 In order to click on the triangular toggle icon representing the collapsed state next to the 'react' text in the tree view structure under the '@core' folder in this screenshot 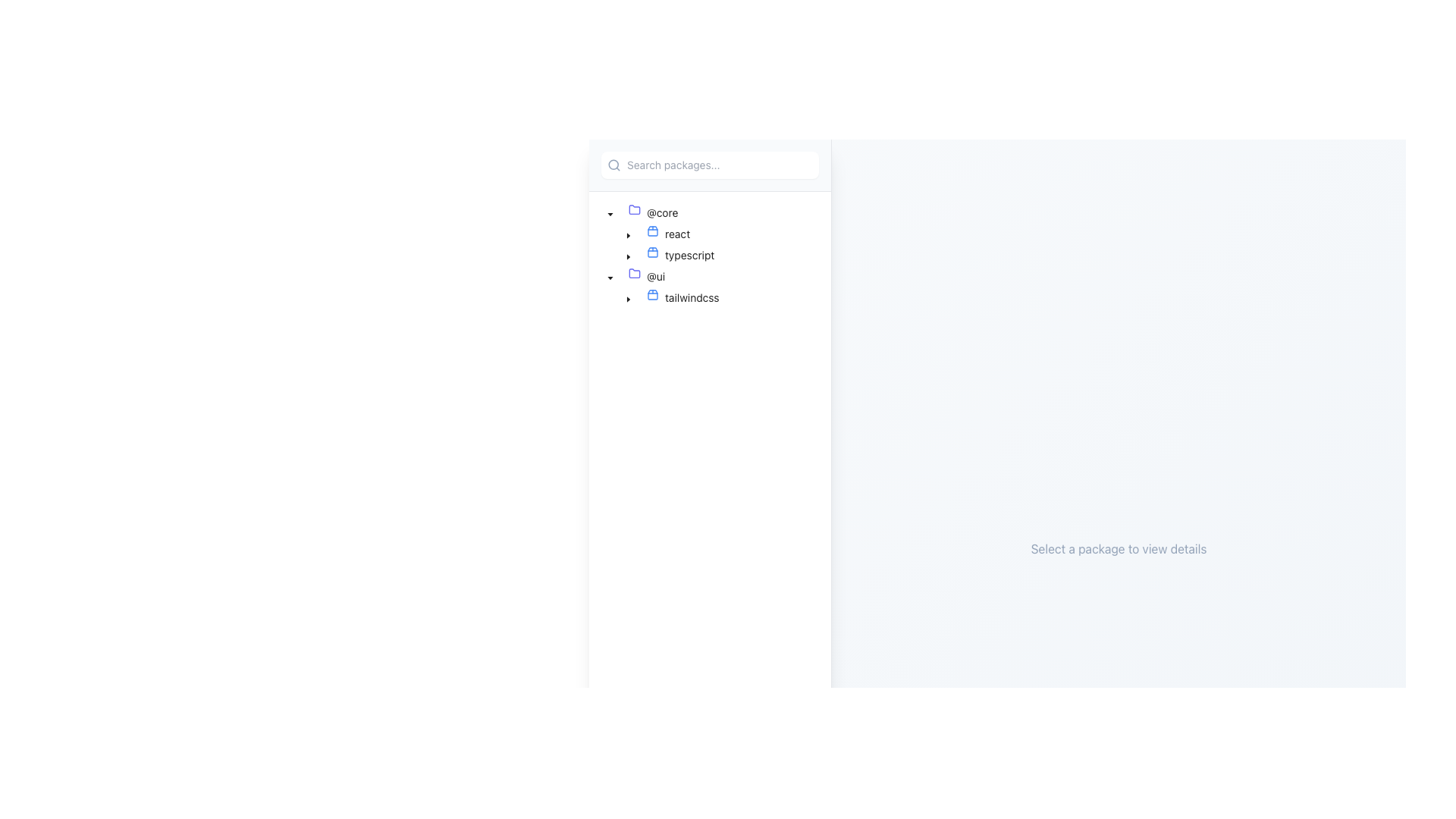, I will do `click(629, 234)`.